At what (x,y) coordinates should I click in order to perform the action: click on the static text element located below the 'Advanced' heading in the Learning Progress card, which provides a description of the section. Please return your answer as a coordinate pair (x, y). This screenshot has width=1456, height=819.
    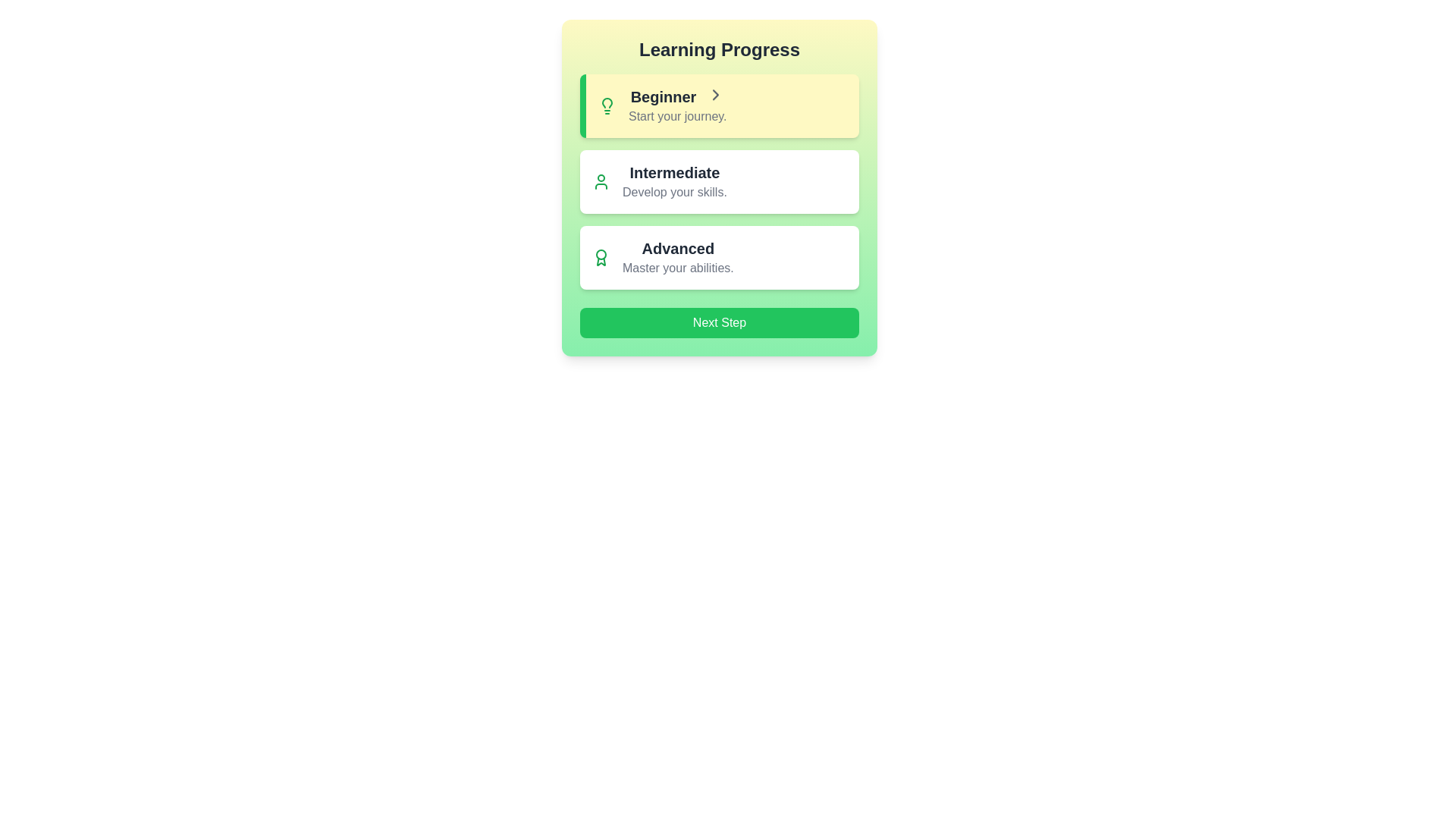
    Looking at the image, I should click on (677, 268).